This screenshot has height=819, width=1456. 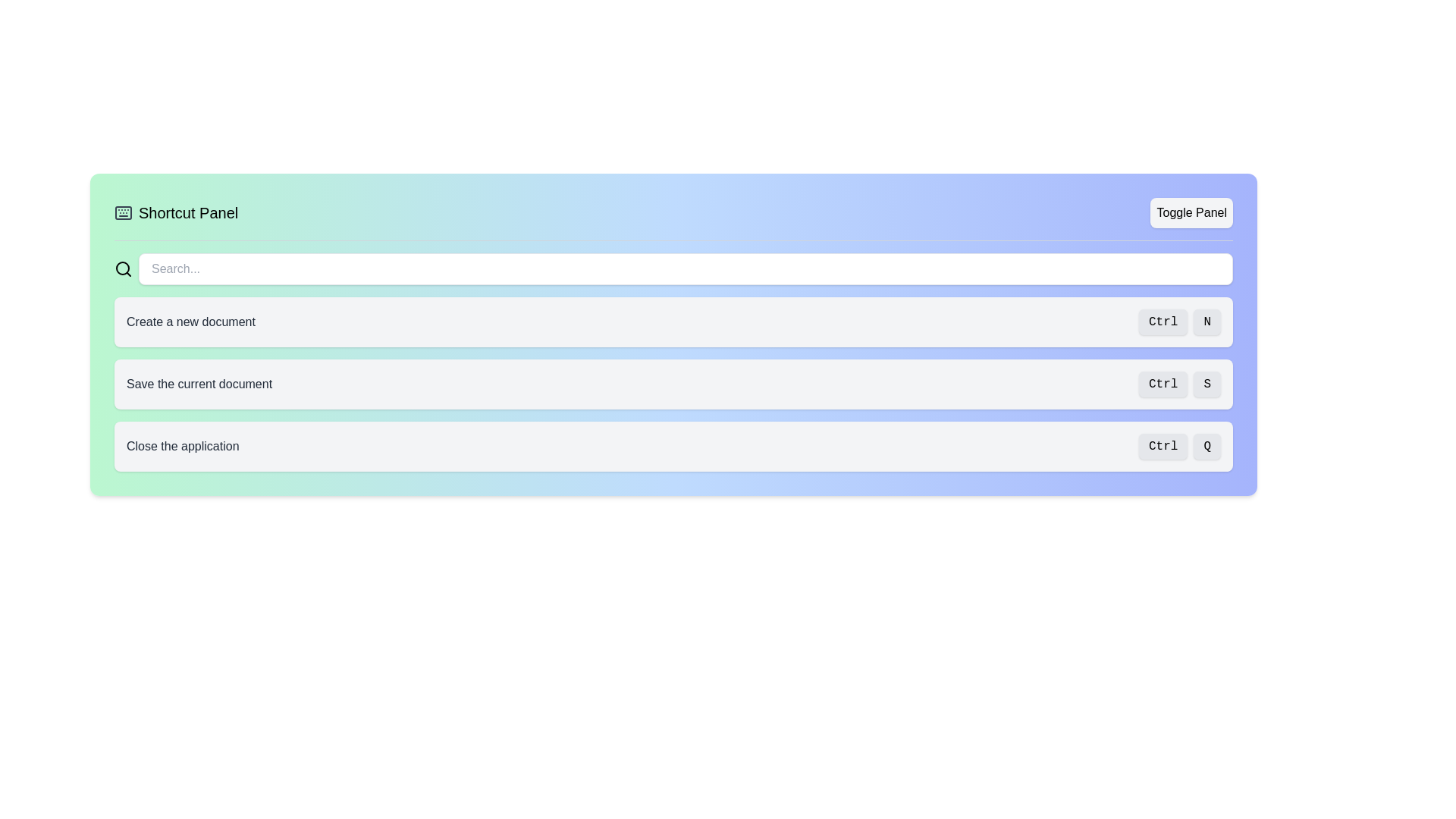 I want to click on the central circular part of the magnifying glass icon, which is part of the search icon located to the left of the search bar in the Shortcut Panel, so click(x=123, y=268).